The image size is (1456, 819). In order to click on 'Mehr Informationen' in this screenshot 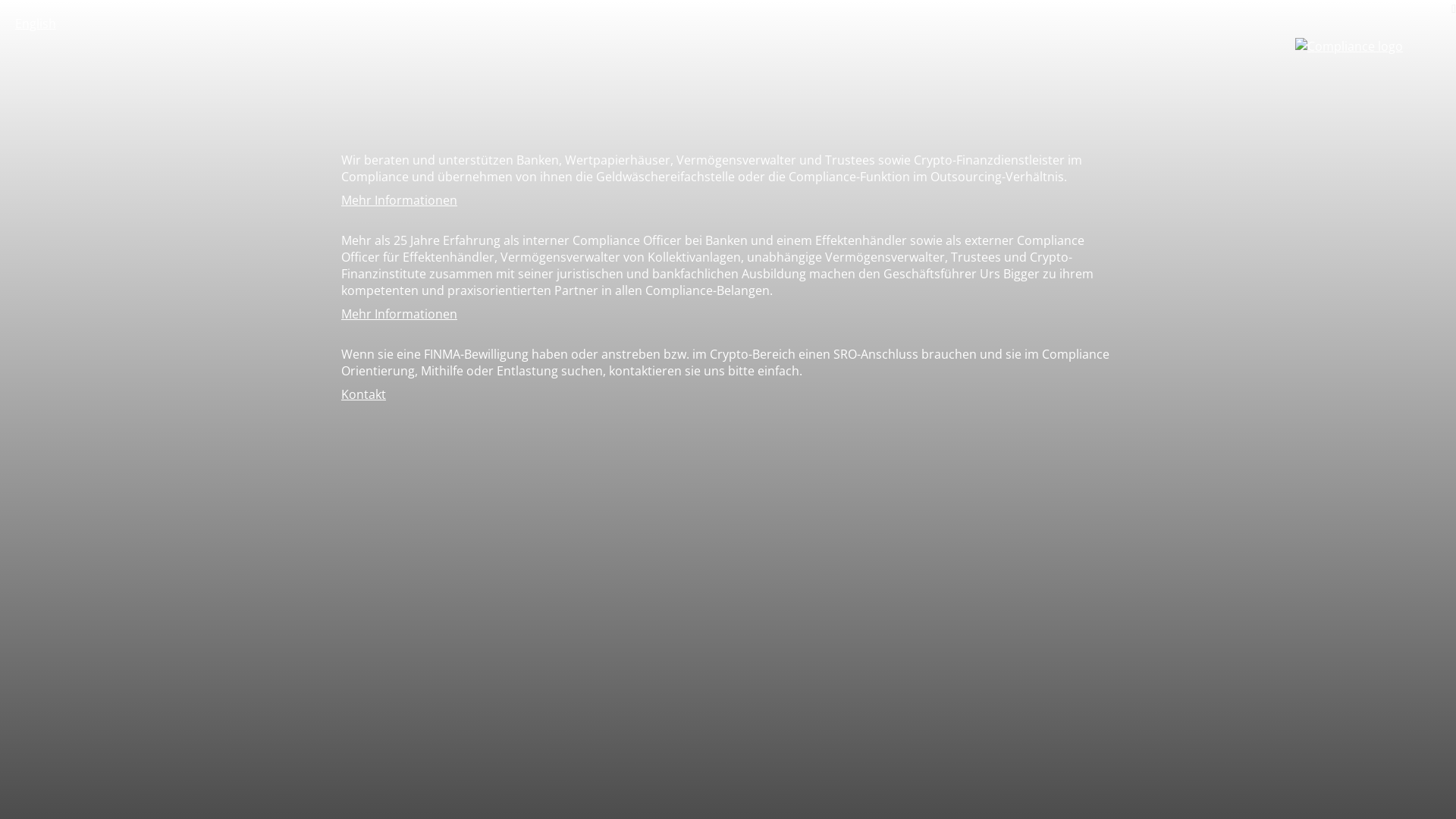, I will do `click(399, 199)`.